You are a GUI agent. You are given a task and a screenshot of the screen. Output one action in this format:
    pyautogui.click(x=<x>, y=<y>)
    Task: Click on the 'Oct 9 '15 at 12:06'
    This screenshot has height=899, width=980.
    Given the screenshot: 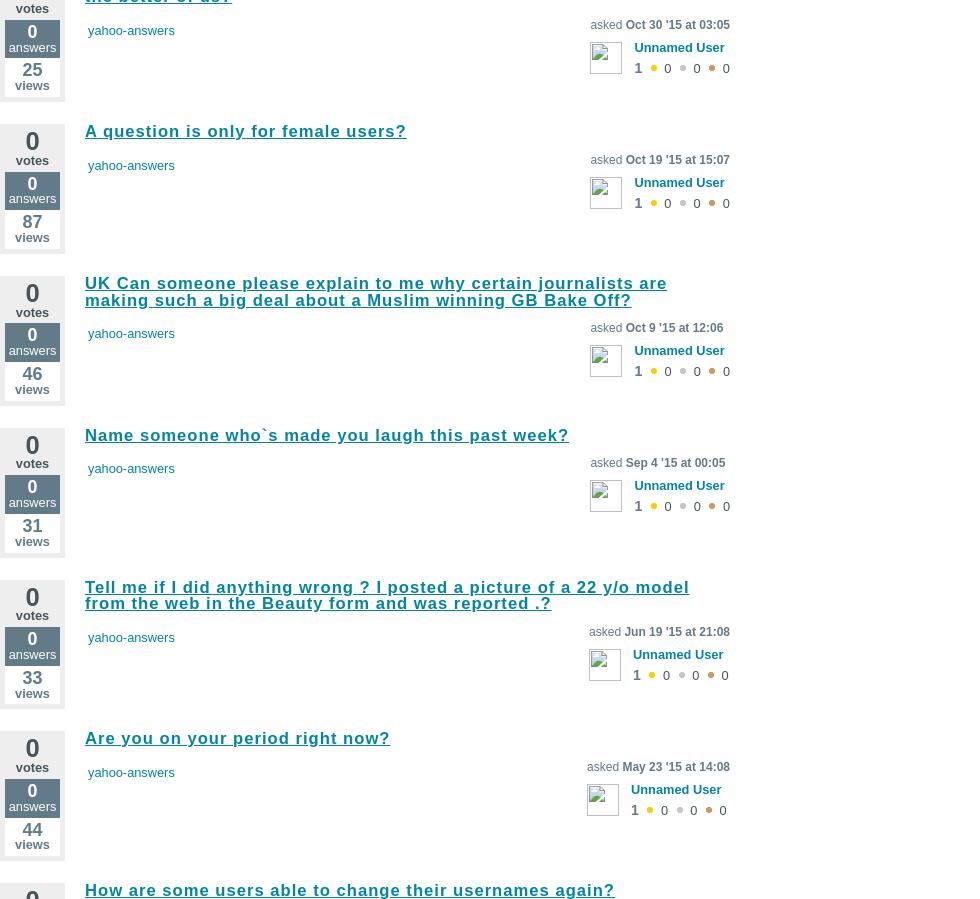 What is the action you would take?
    pyautogui.click(x=674, y=326)
    